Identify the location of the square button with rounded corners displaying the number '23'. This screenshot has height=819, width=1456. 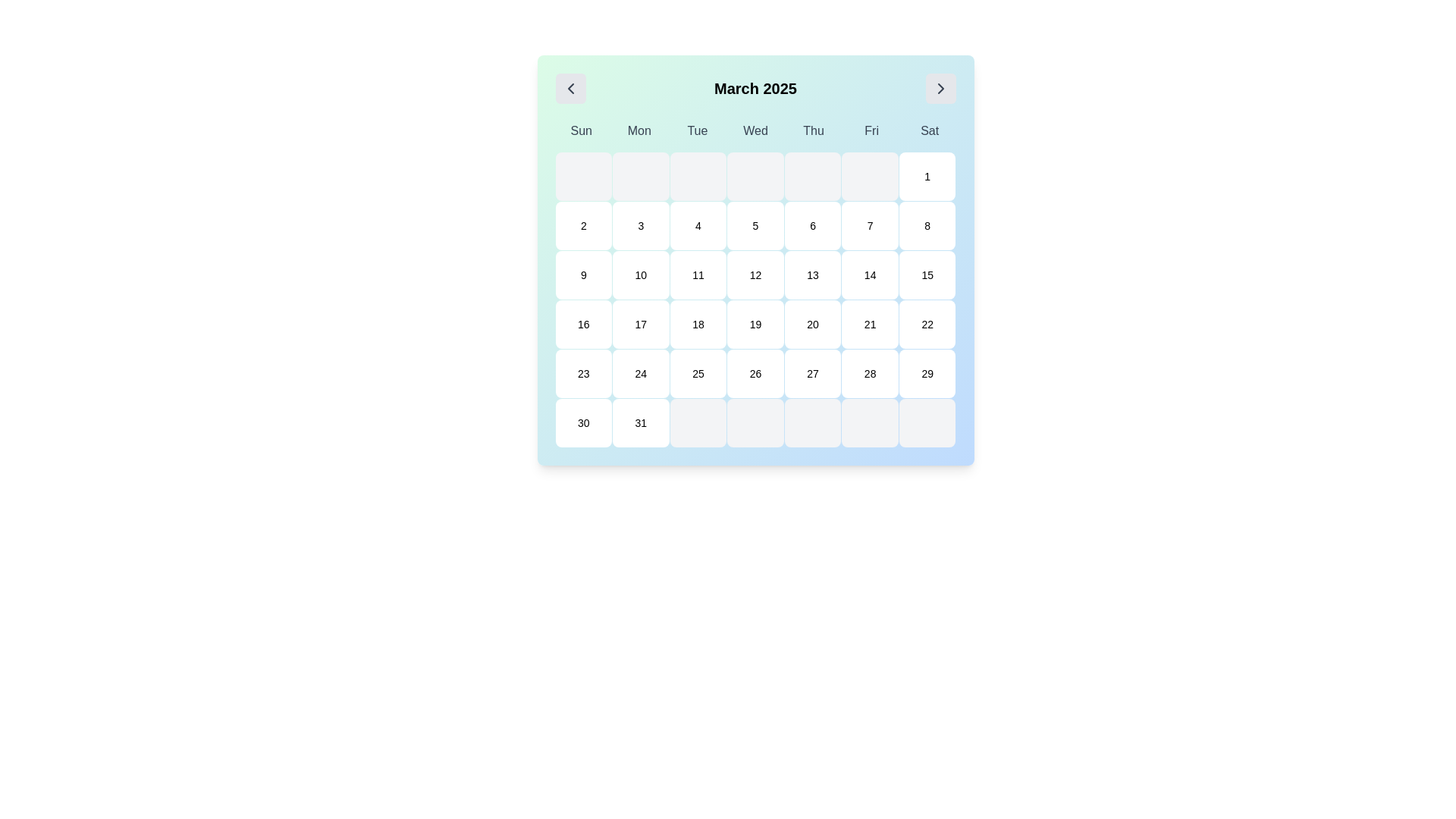
(582, 374).